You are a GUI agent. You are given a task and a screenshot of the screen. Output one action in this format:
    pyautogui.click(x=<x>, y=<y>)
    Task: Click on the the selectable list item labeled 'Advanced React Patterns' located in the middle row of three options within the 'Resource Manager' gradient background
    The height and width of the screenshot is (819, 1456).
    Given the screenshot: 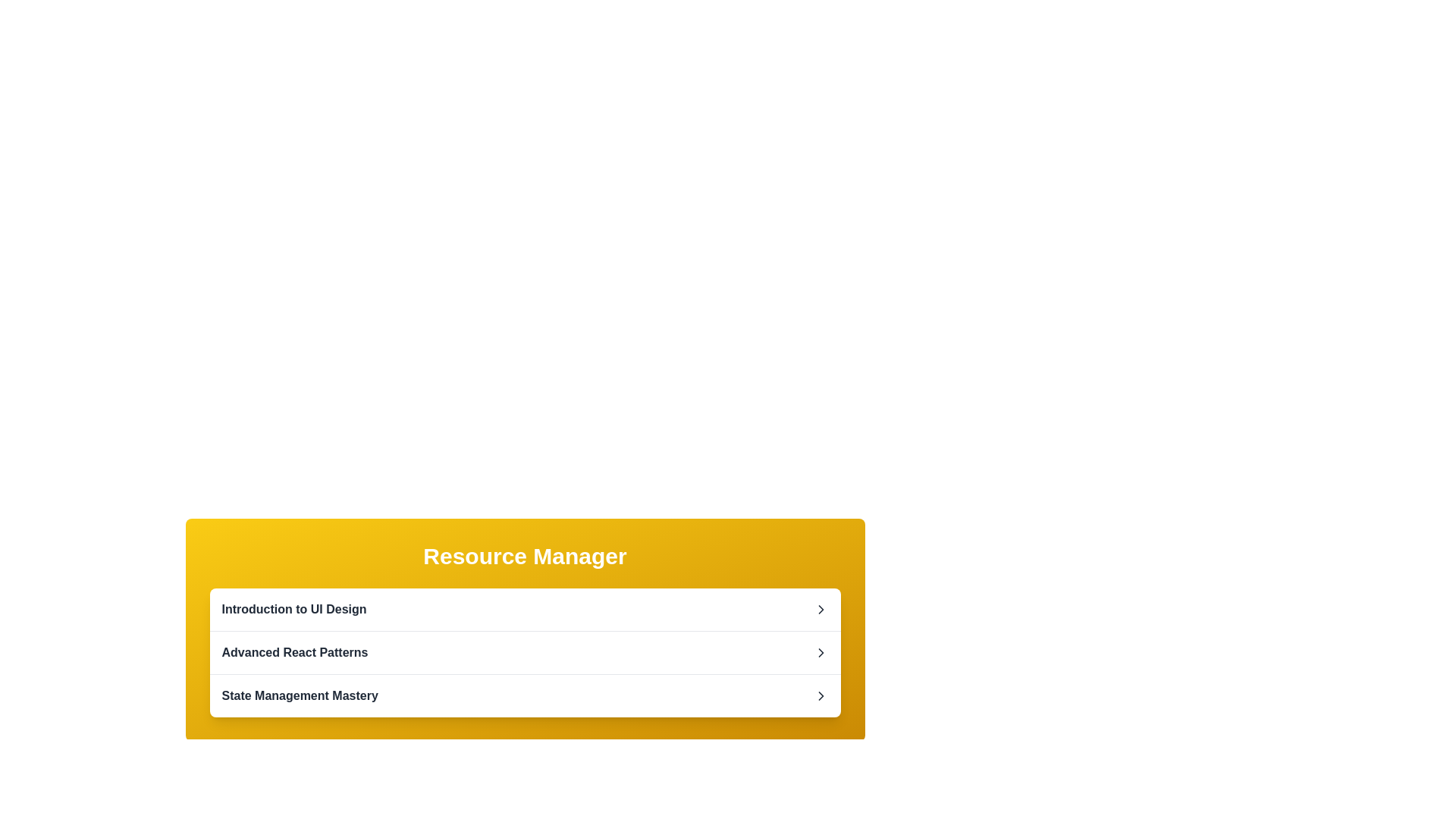 What is the action you would take?
    pyautogui.click(x=525, y=651)
    